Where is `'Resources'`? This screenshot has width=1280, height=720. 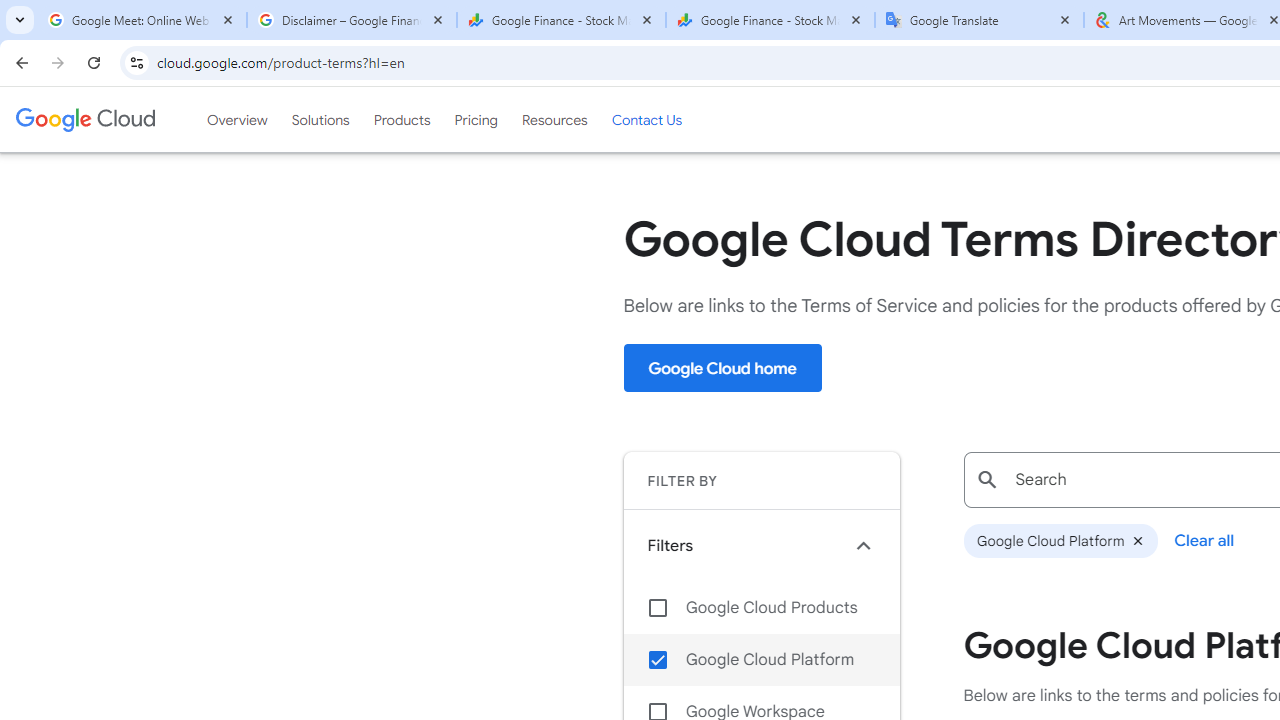
'Resources' is located at coordinates (554, 119).